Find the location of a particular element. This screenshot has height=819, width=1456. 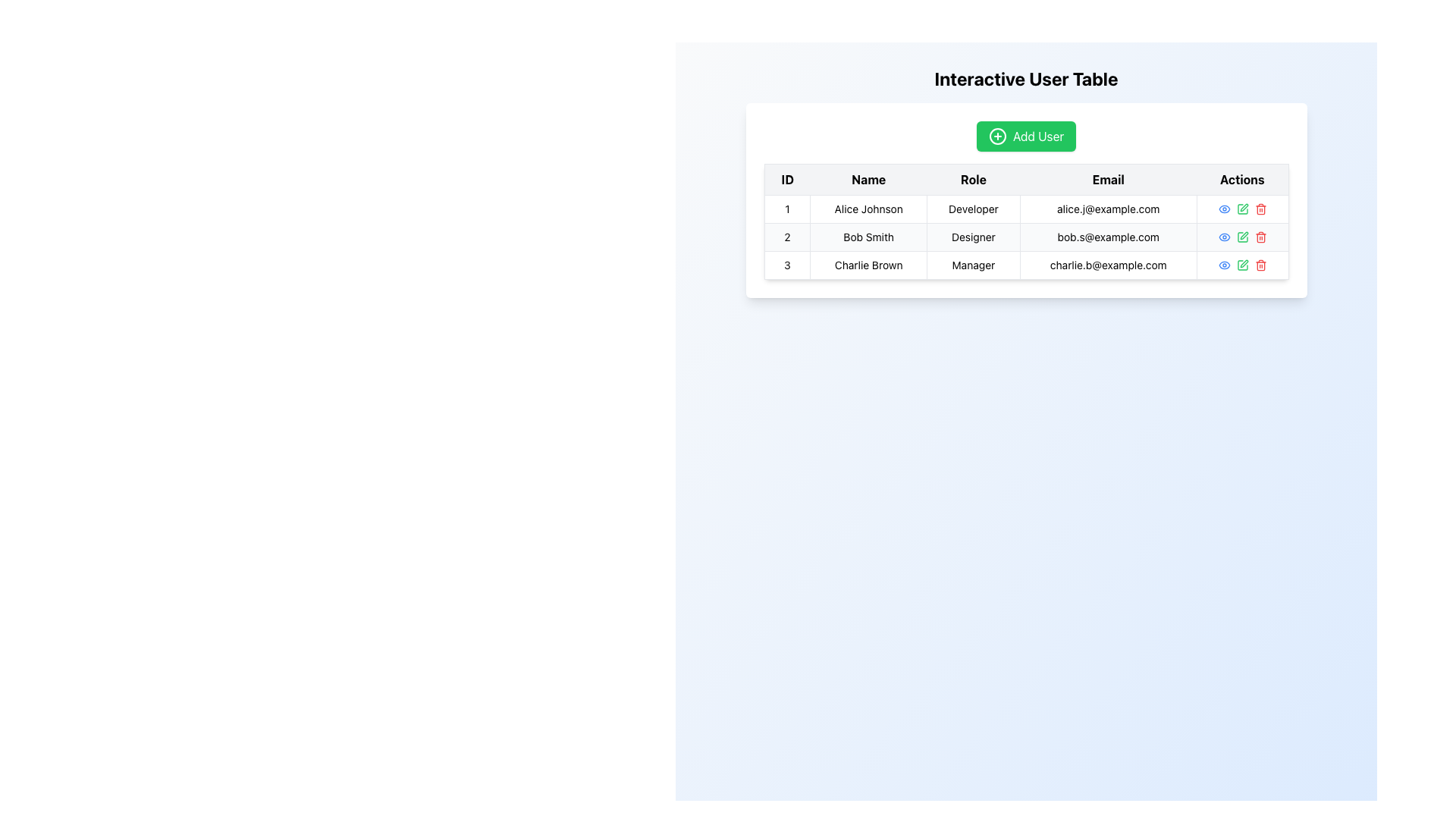

the first cell (ID) of the second row in the table is located at coordinates (787, 237).